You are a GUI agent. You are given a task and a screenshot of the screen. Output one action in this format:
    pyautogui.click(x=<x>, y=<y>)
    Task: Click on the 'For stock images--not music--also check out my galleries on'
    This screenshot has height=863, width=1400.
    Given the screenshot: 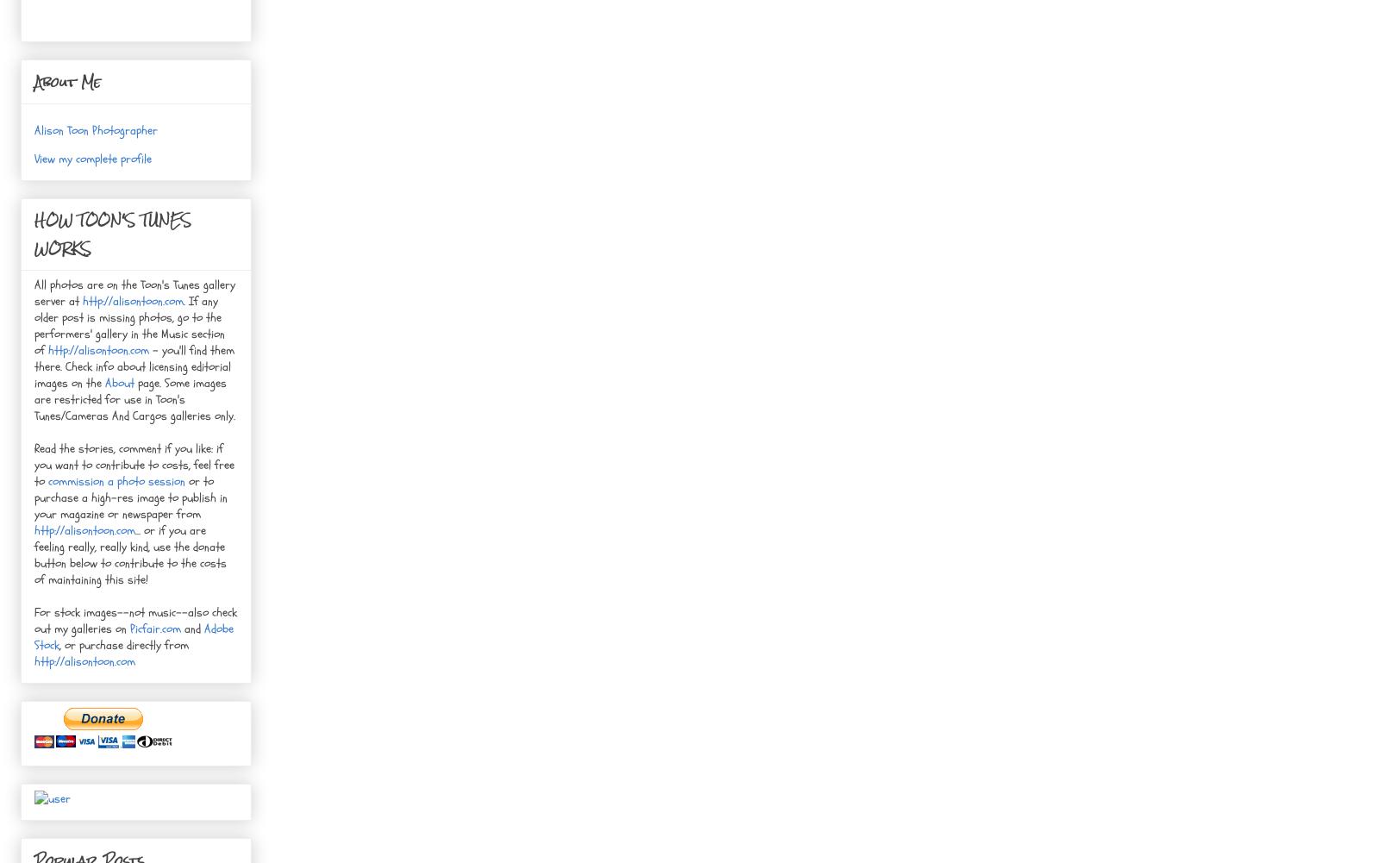 What is the action you would take?
    pyautogui.click(x=135, y=621)
    